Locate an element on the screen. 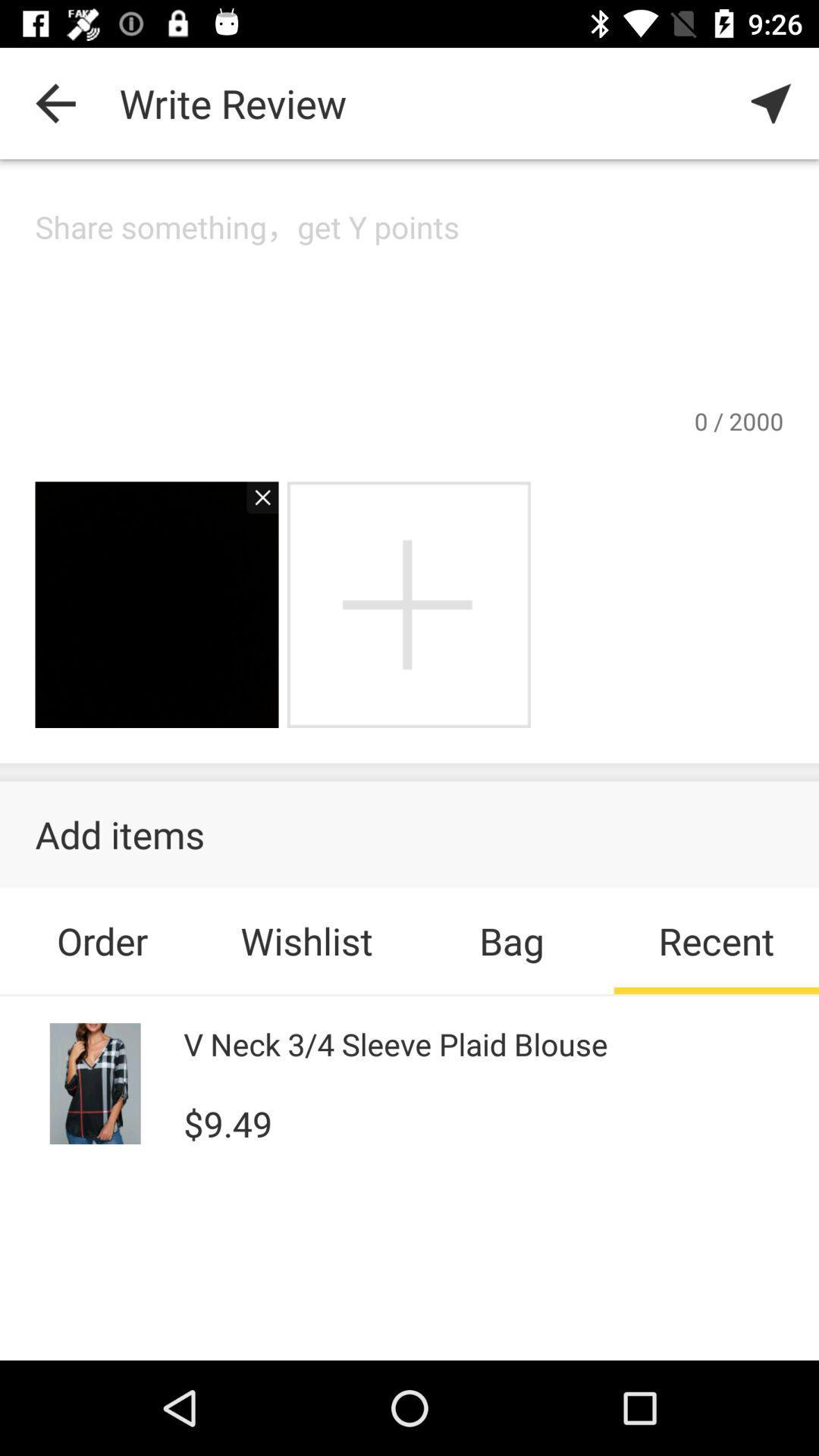 This screenshot has height=1456, width=819. the item next to the write review app is located at coordinates (55, 102).